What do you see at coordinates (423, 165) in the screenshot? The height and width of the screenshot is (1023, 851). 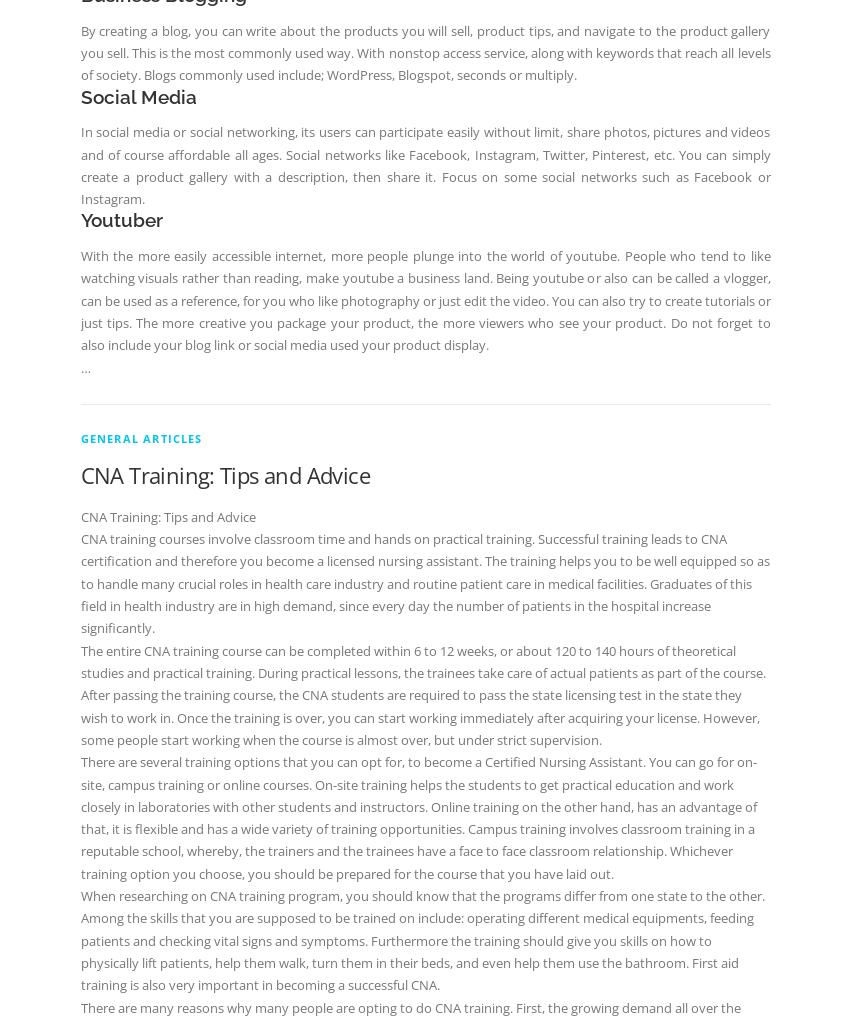 I see `'In social media or social networking, its users can participate easily without limit, share photos, pictures and videos and of course affordable all ages. Social networks like Facebook, Instagram, Twitter, Pinterest, etc. You can simply create a product gallery with a description, then share it. Focus on some social networks such as Facebook or Instagram.'` at bounding box center [423, 165].